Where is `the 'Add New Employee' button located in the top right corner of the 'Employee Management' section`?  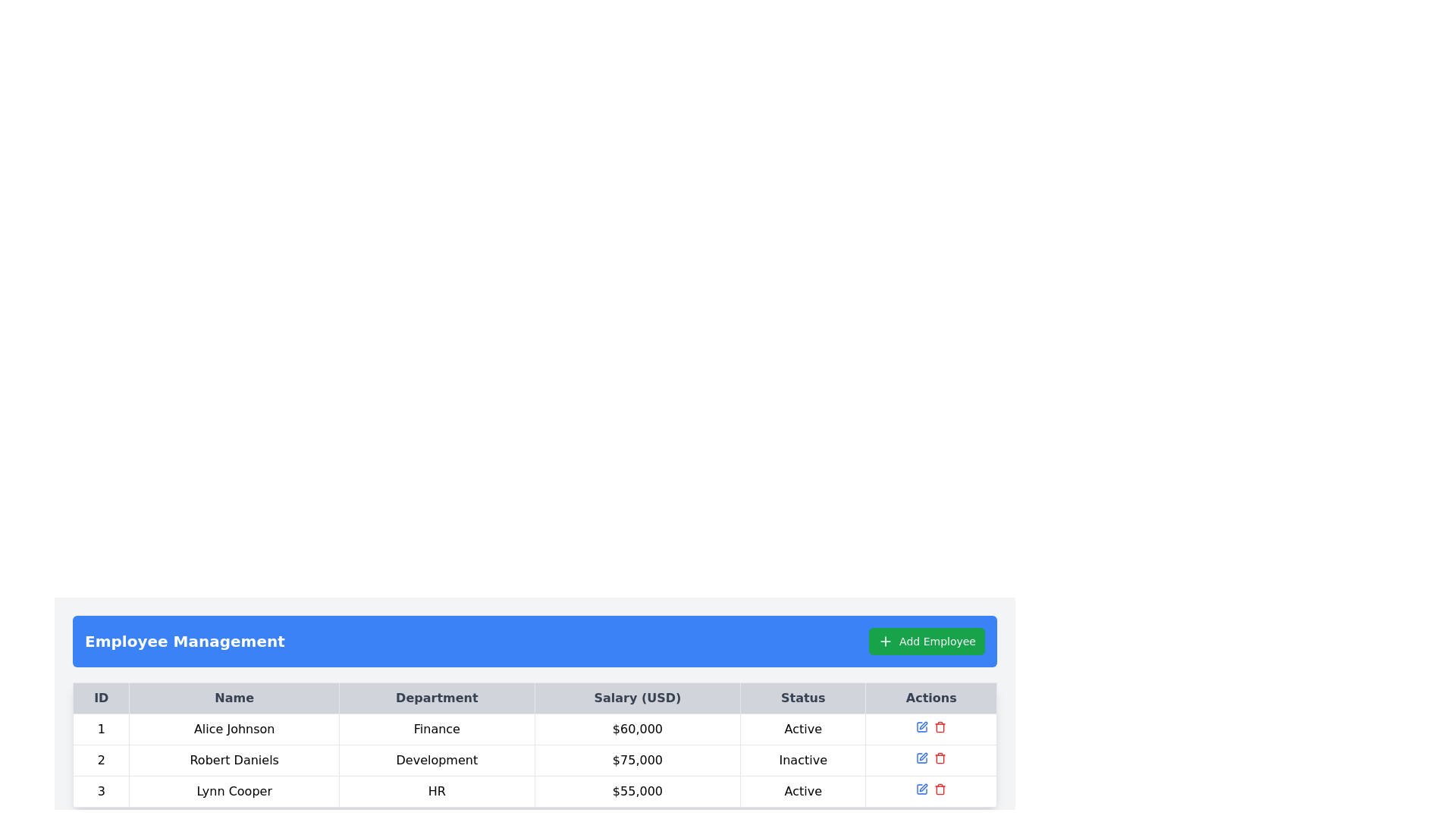
the 'Add New Employee' button located in the top right corner of the 'Employee Management' section is located at coordinates (926, 641).